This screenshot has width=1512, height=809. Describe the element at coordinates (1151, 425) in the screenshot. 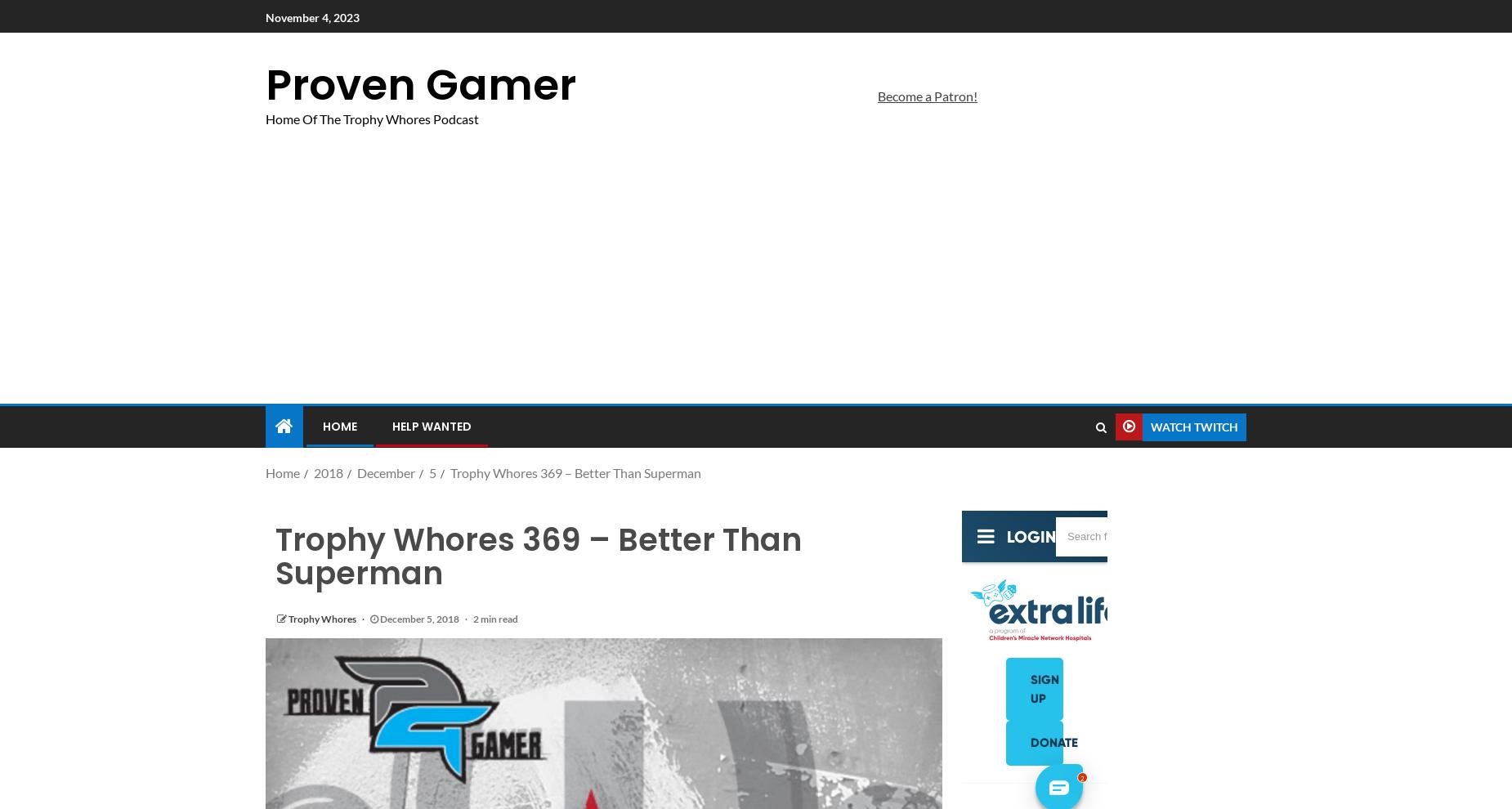

I see `'Watch Twitch'` at that location.